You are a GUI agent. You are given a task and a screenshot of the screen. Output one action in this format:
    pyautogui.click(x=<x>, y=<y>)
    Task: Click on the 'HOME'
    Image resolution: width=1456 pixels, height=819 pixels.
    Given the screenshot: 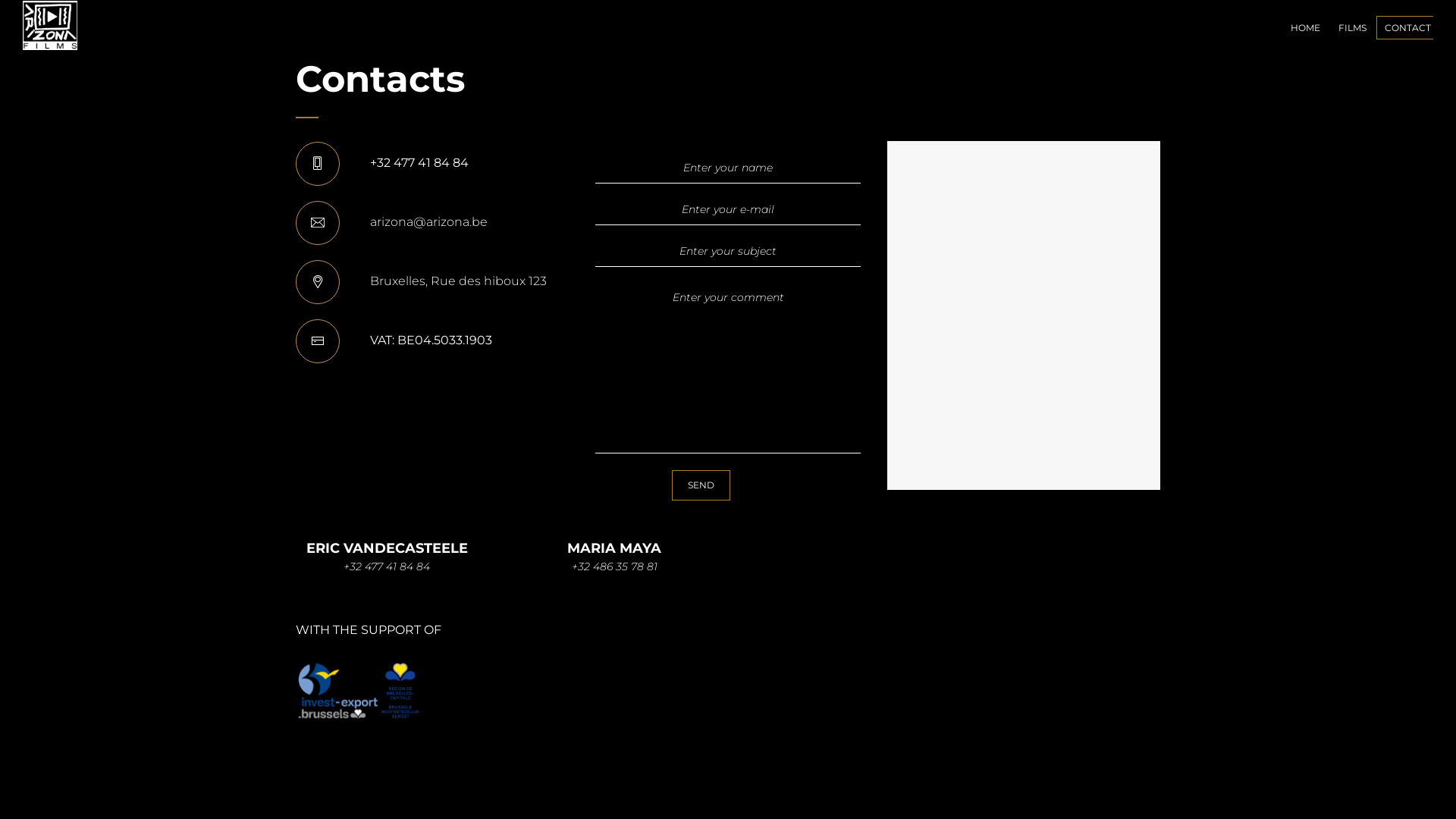 What is the action you would take?
    pyautogui.click(x=1301, y=28)
    